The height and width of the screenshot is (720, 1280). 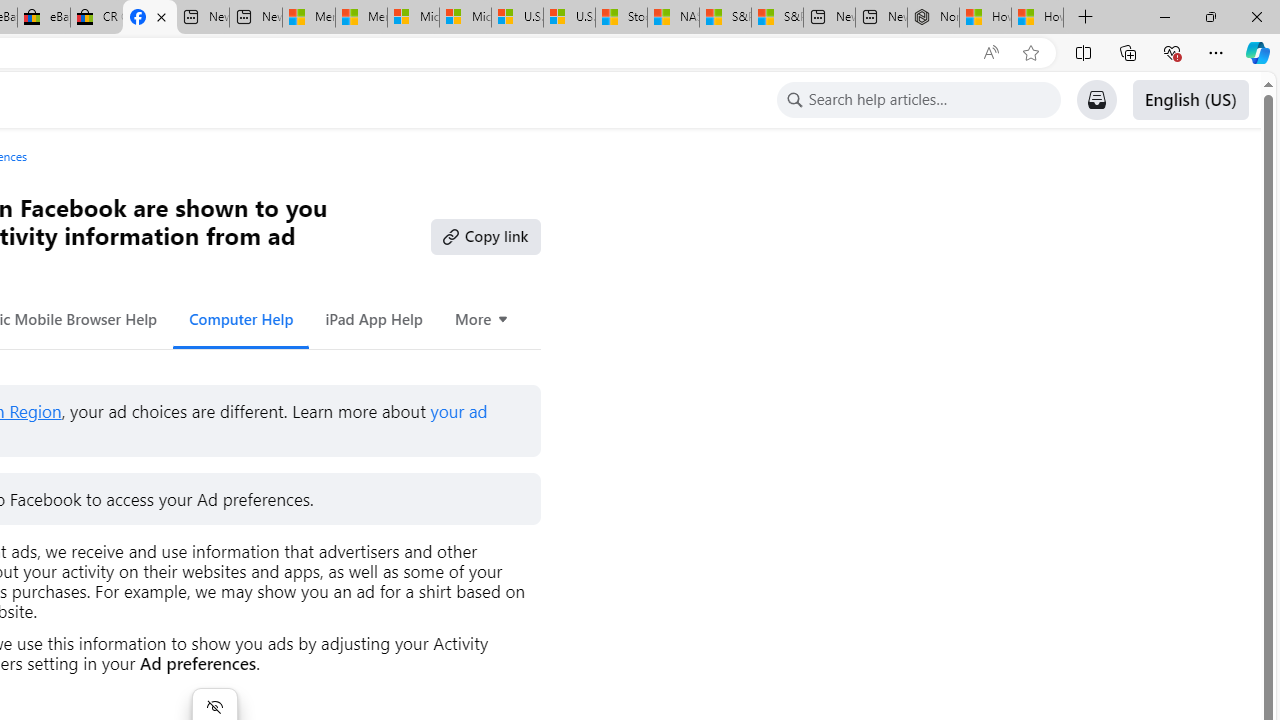 I want to click on 'eBay Inc. Reports Third Quarter 2023 Results', so click(x=44, y=17).